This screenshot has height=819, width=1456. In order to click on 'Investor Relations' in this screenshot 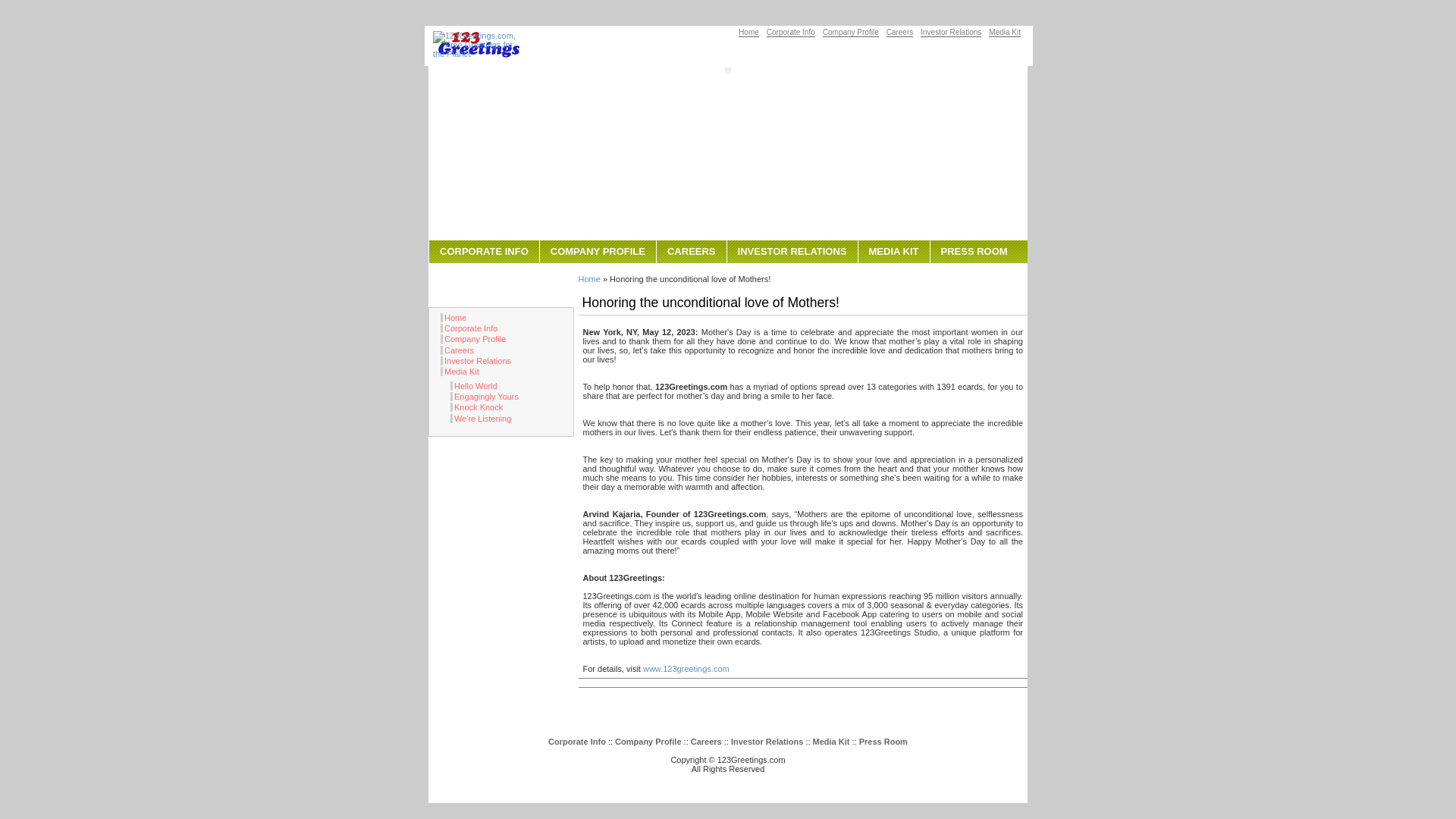, I will do `click(475, 360)`.